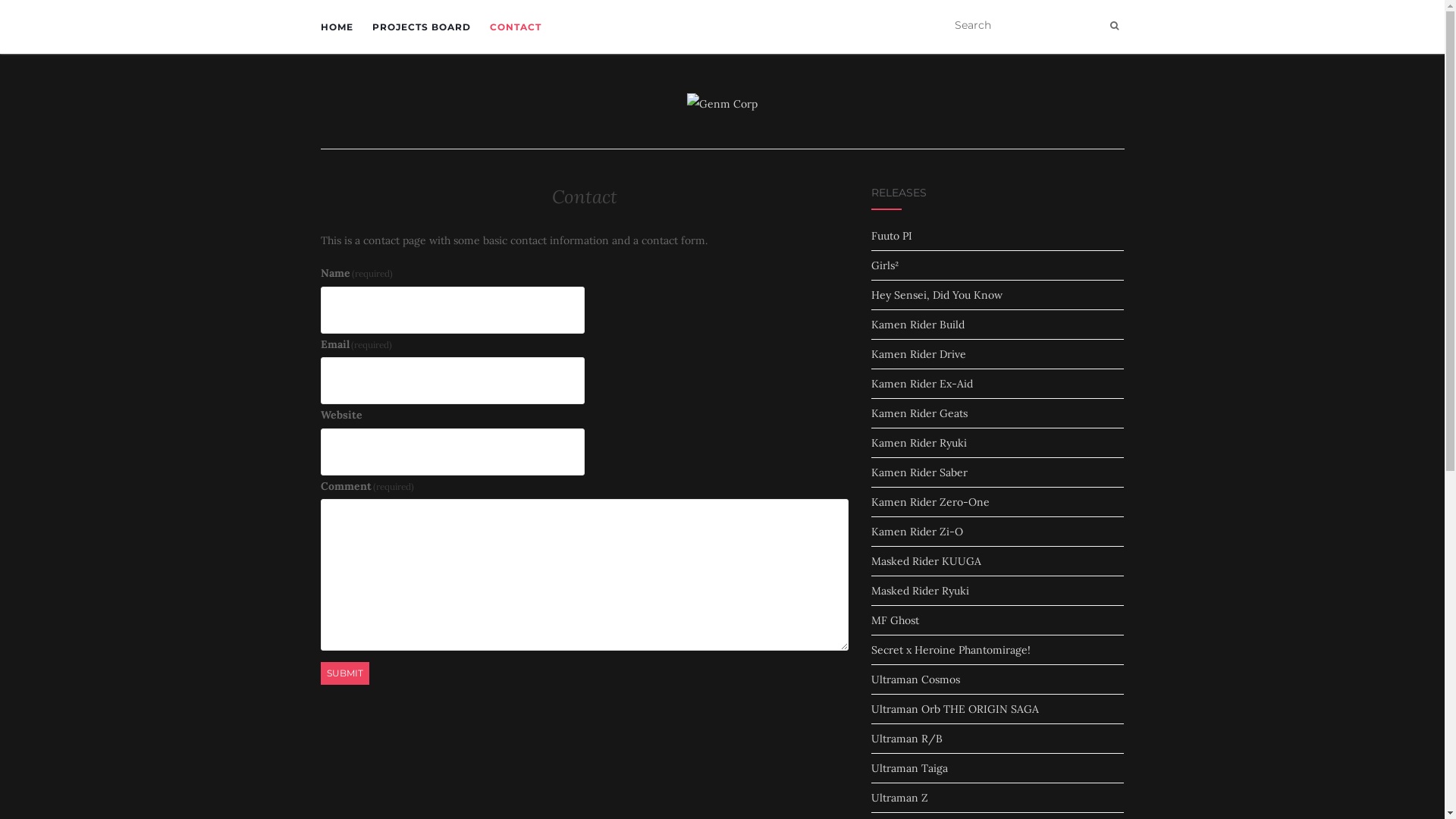 This screenshot has height=819, width=1456. Describe the element at coordinates (921, 382) in the screenshot. I see `'Kamen Rider Ex-Aid'` at that location.